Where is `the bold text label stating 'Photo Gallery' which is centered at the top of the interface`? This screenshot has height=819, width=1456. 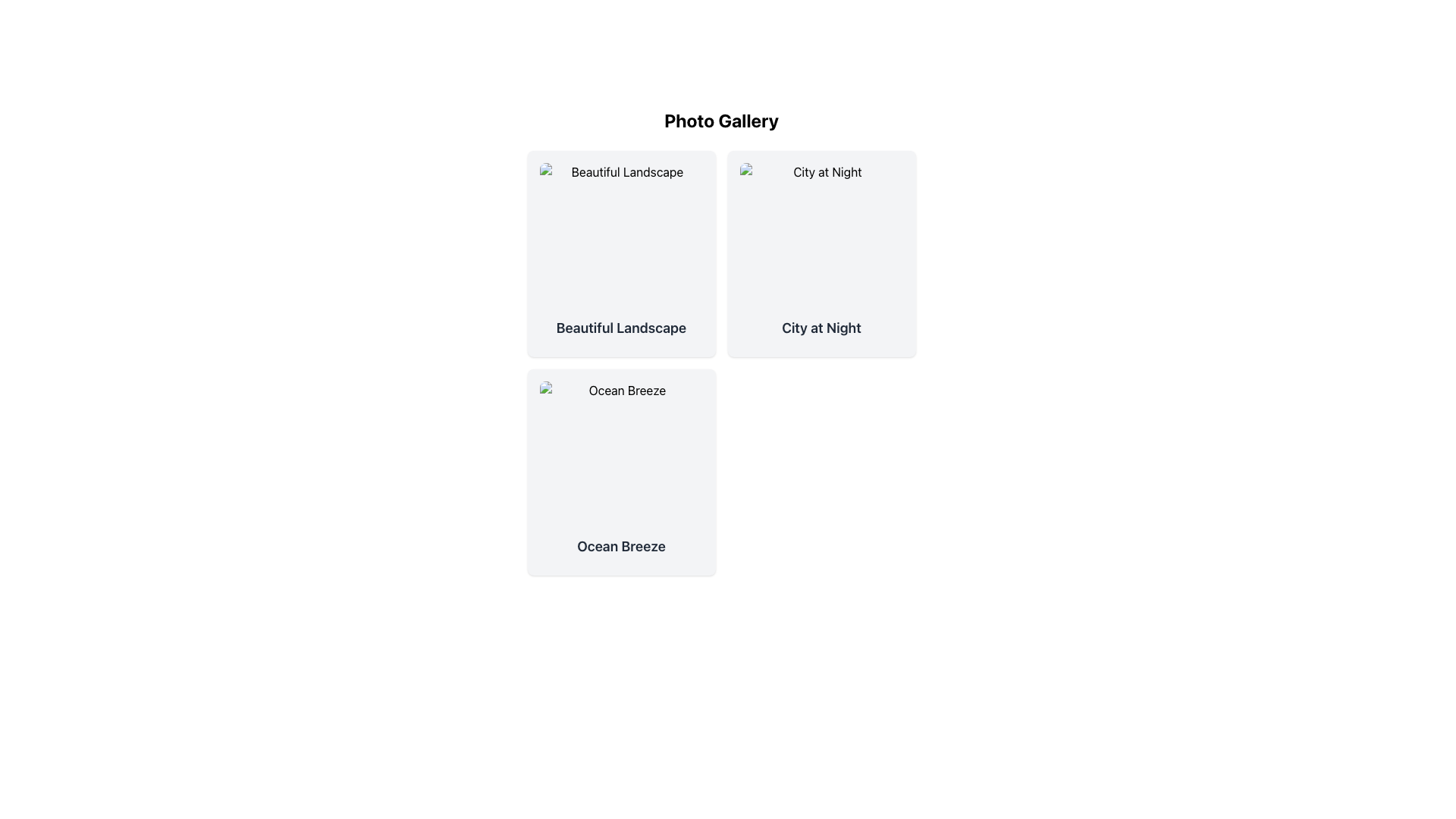
the bold text label stating 'Photo Gallery' which is centered at the top of the interface is located at coordinates (720, 119).